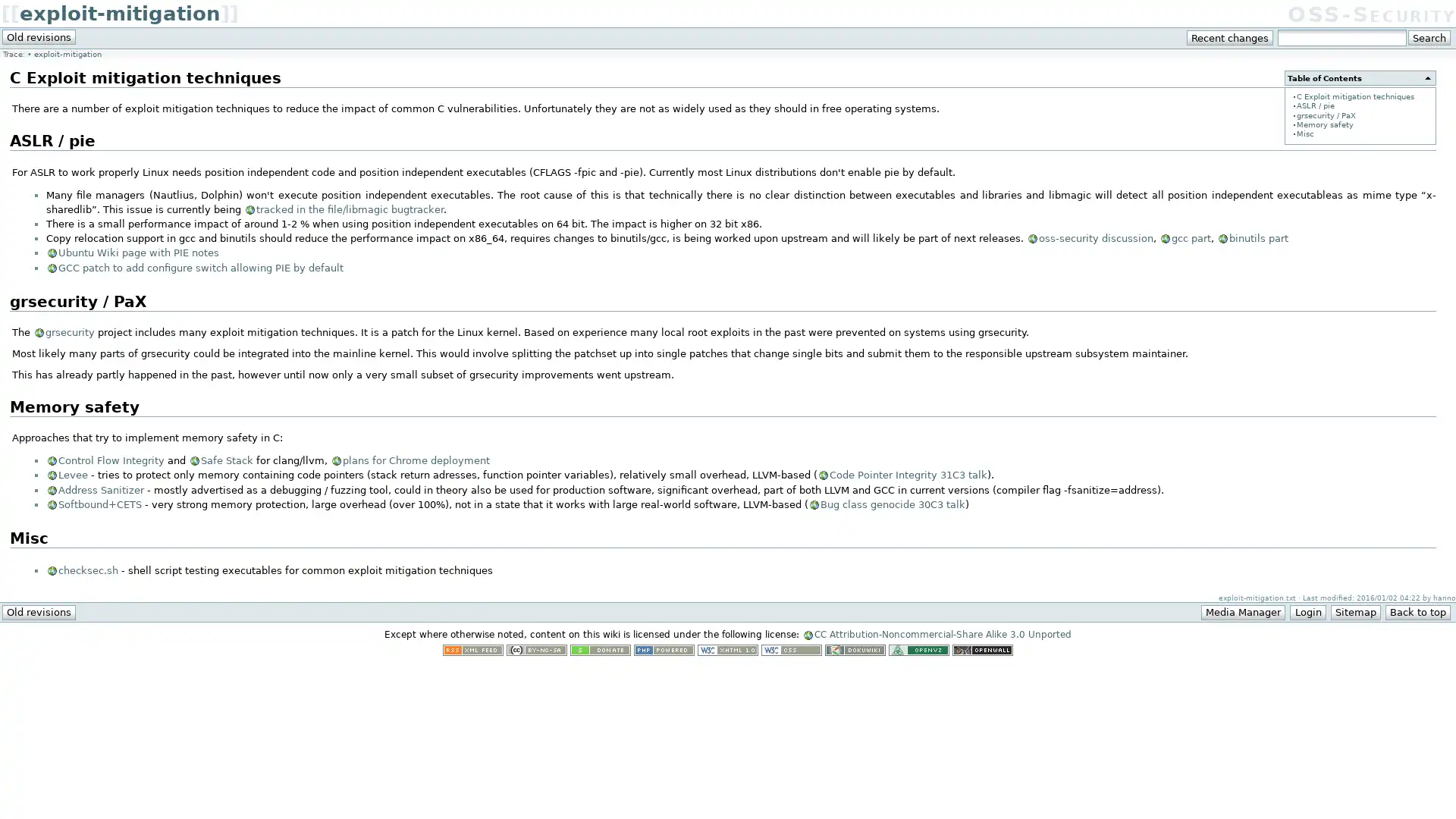 The width and height of the screenshot is (1456, 819). What do you see at coordinates (1428, 37) in the screenshot?
I see `Search` at bounding box center [1428, 37].